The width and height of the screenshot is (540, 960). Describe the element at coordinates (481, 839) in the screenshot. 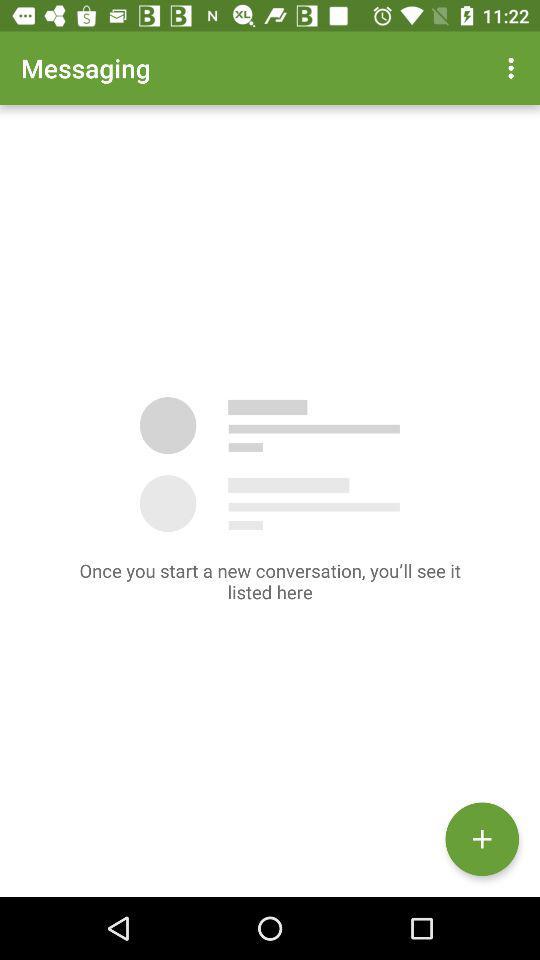

I see `the add icon` at that location.